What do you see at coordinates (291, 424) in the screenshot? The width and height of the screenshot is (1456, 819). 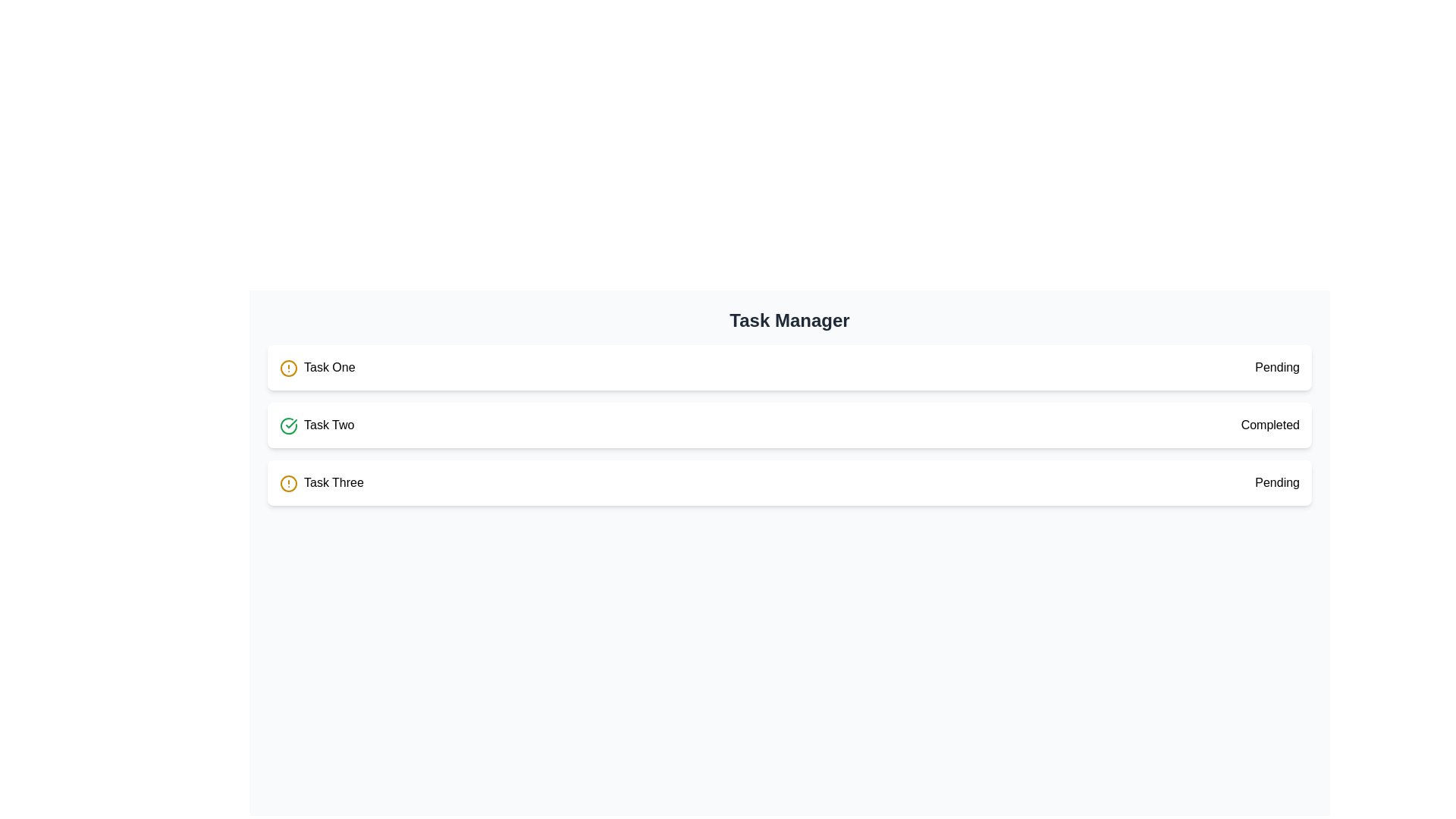 I see `the visual change of the completed task icon (checkmark) located in the second task item row of the task list by moving the mouse over it` at bounding box center [291, 424].